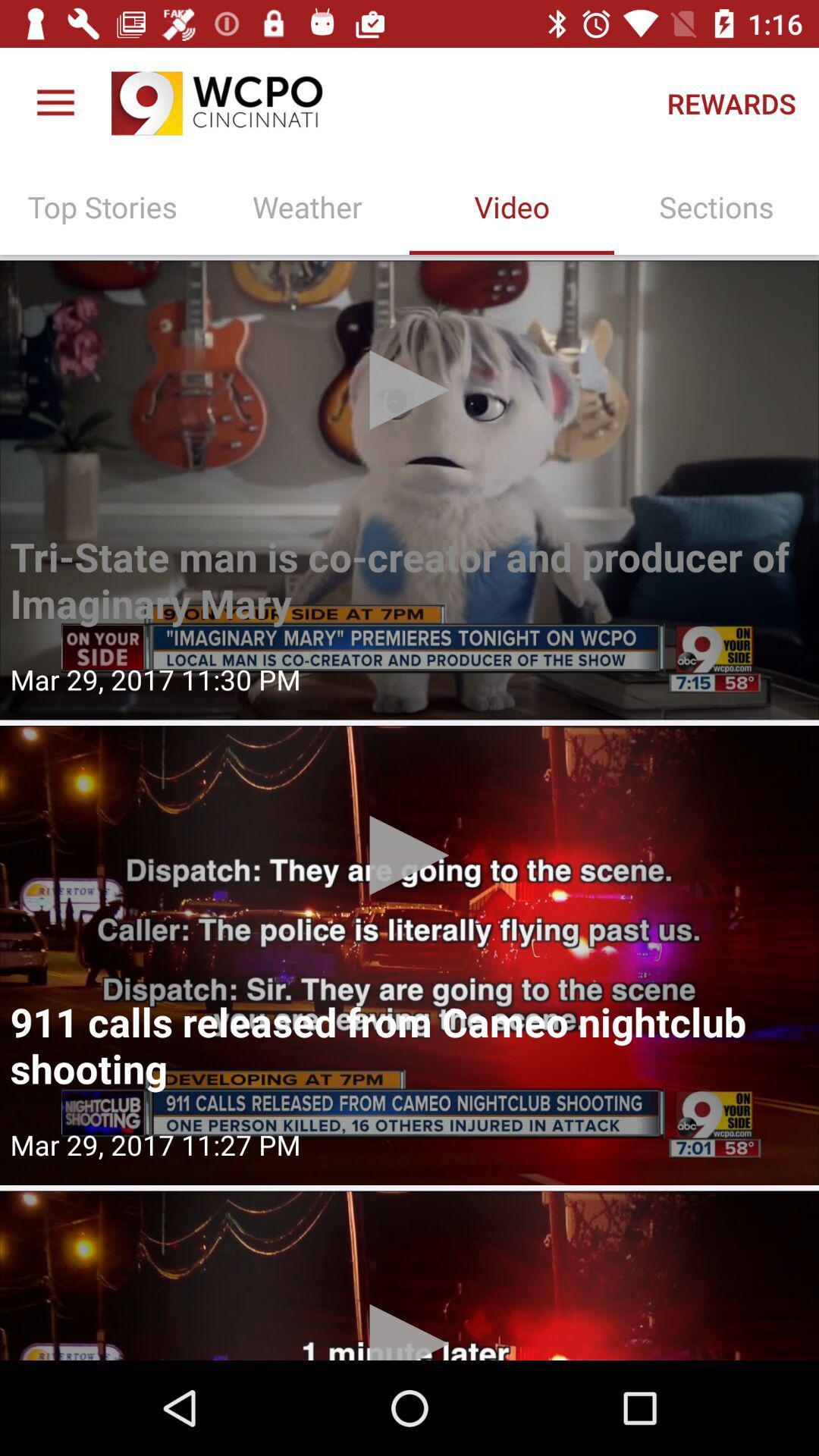 The height and width of the screenshot is (1456, 819). I want to click on the item above the sections item, so click(730, 102).